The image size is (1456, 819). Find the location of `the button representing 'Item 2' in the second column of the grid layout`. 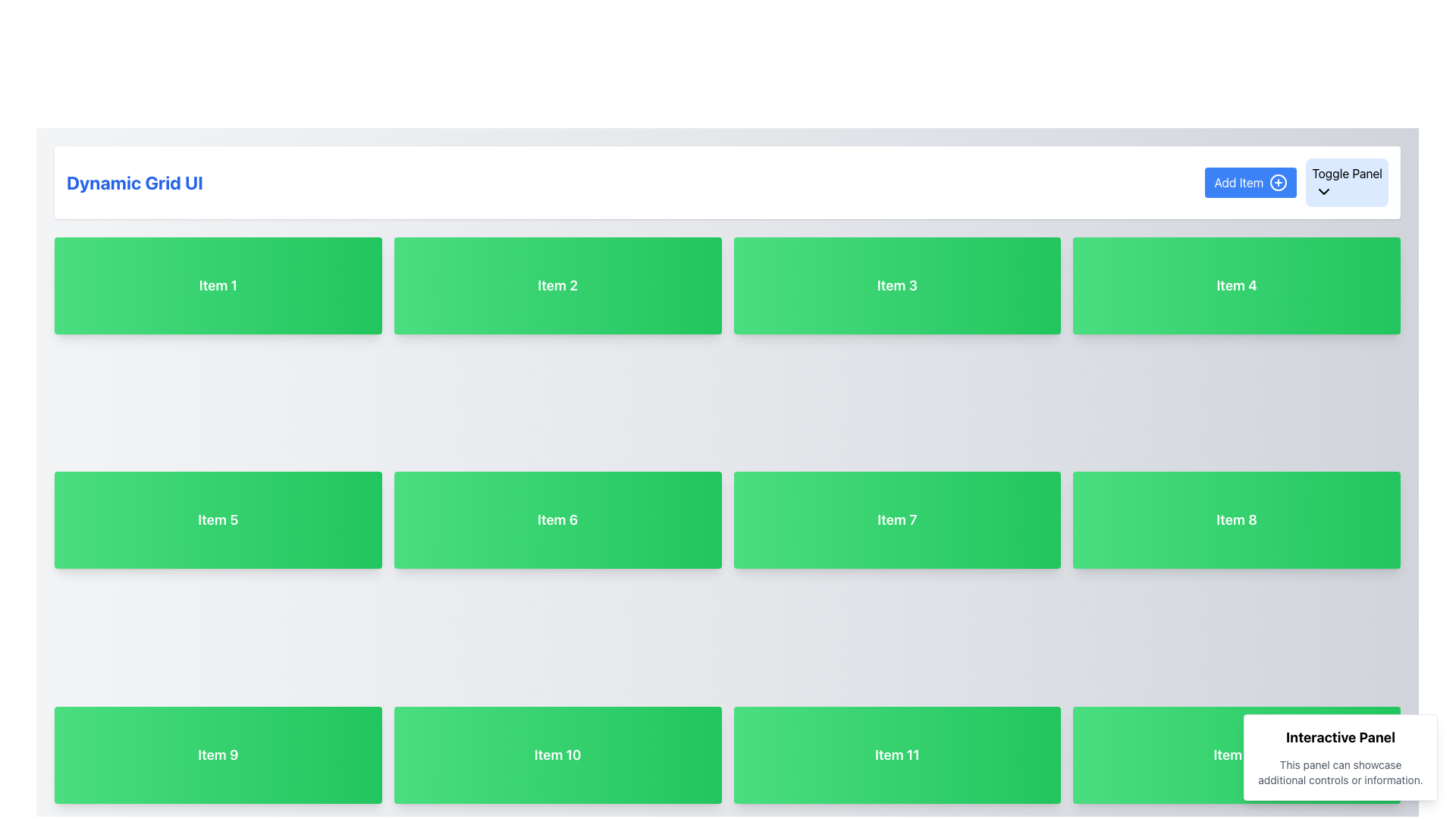

the button representing 'Item 2' in the second column of the grid layout is located at coordinates (557, 286).